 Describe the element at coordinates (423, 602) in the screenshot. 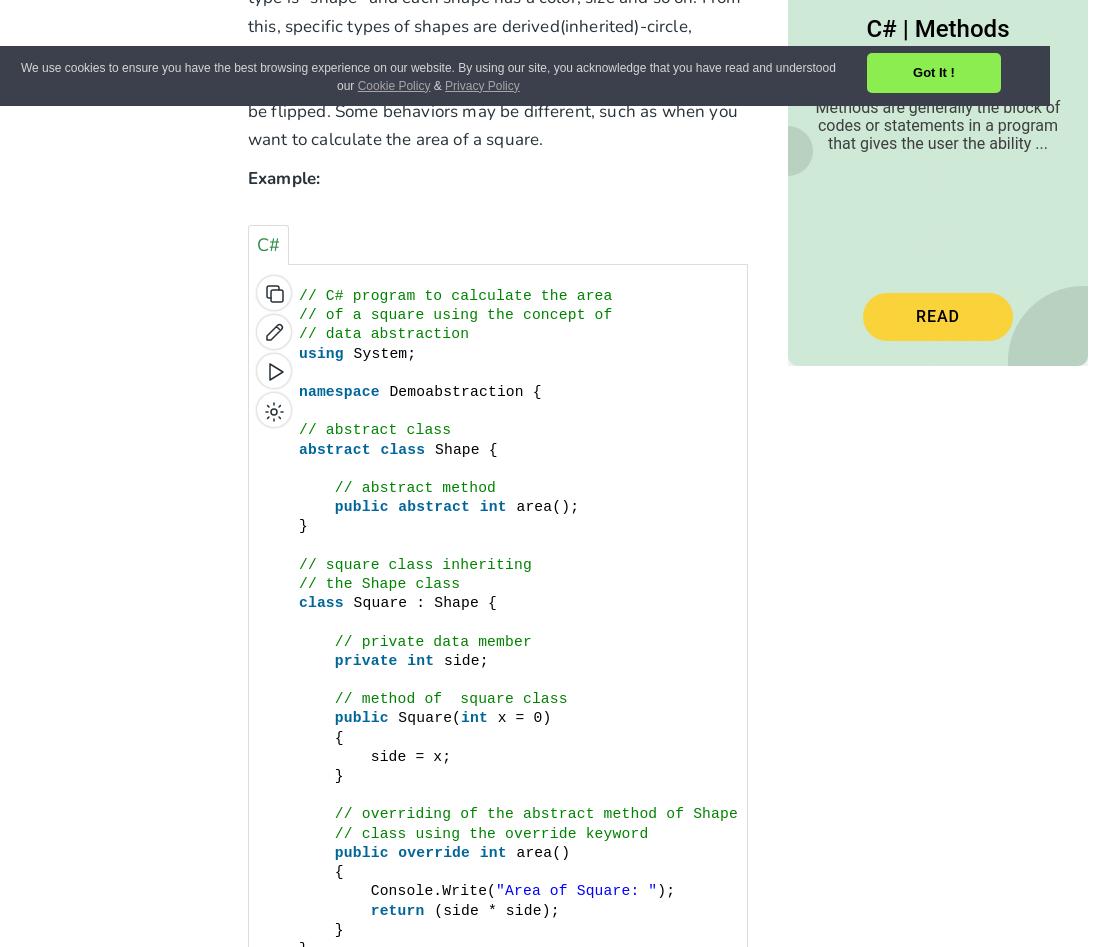

I see `'Square : Shape {'` at that location.